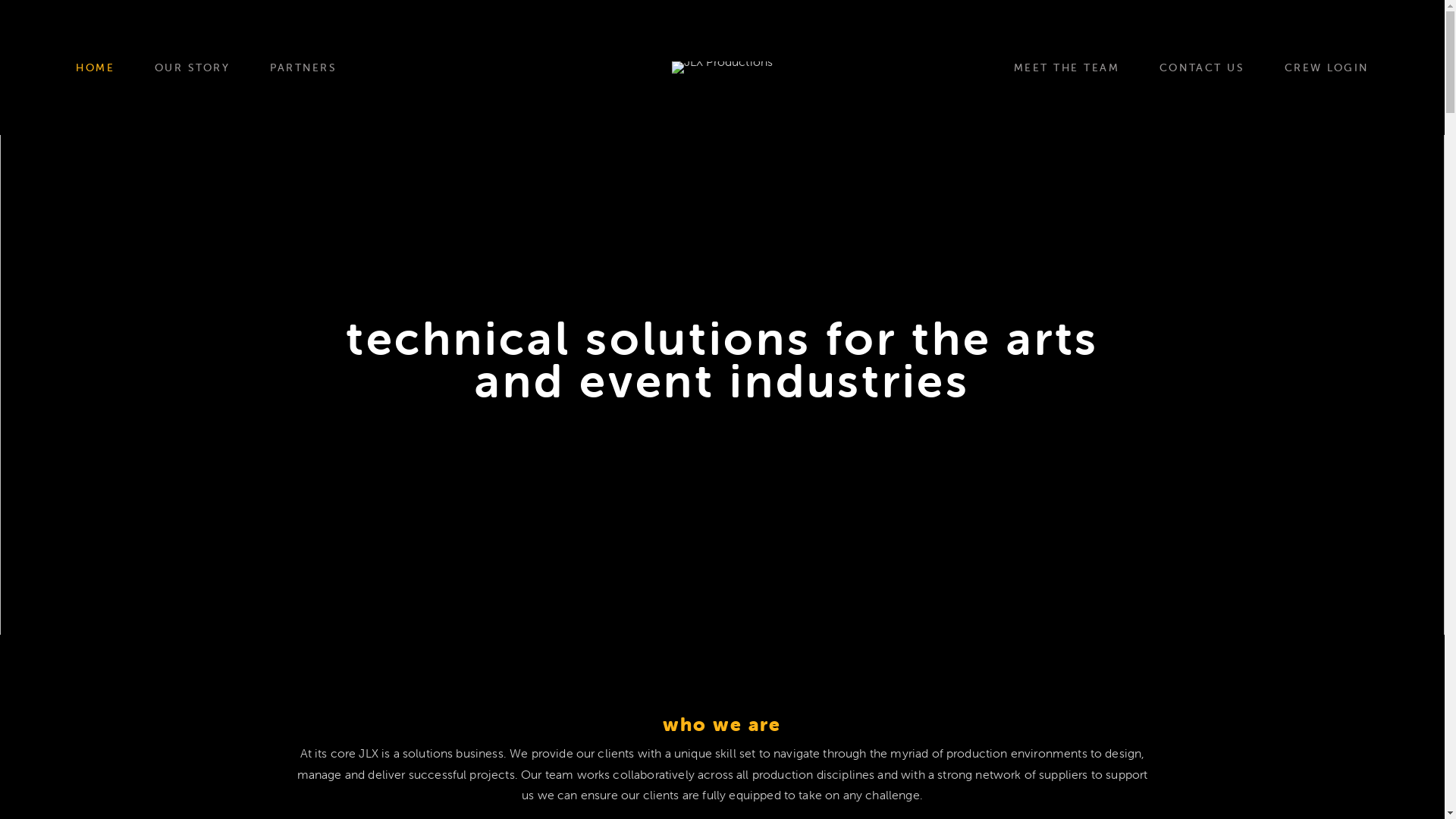 The height and width of the screenshot is (819, 1456). Describe the element at coordinates (1284, 66) in the screenshot. I see `'CREW LOGIN'` at that location.